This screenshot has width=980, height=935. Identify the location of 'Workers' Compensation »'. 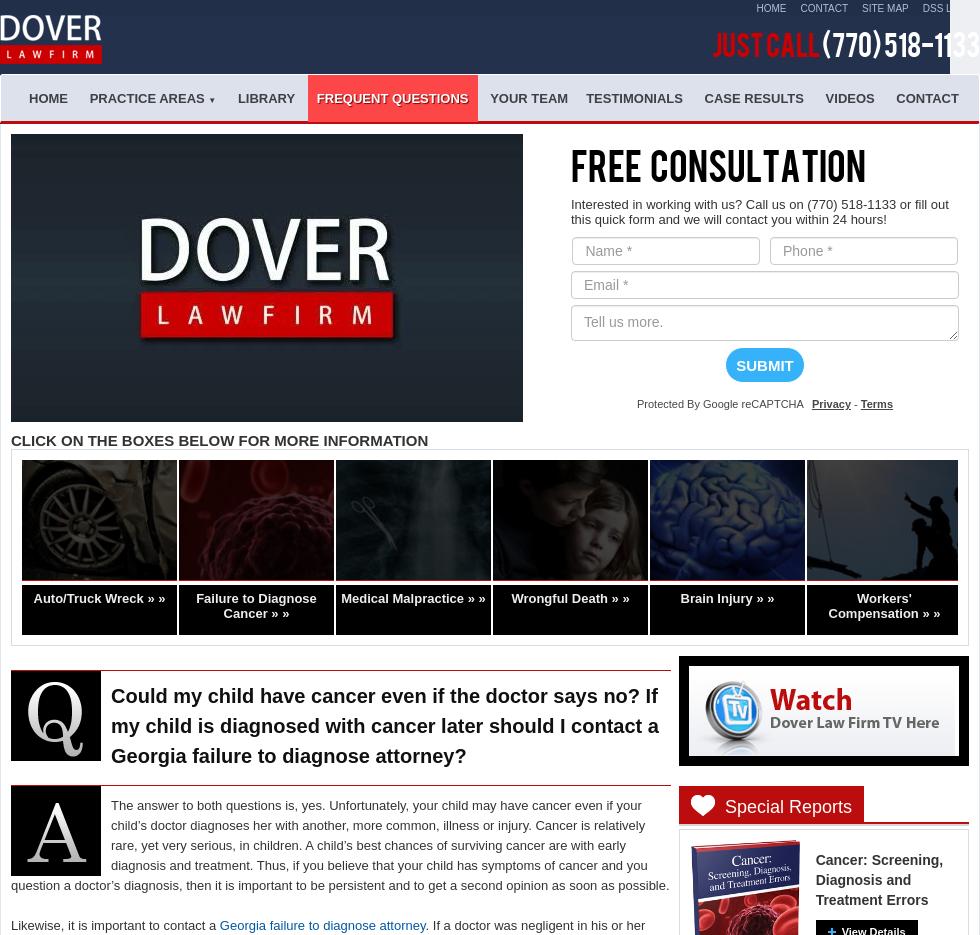
(878, 604).